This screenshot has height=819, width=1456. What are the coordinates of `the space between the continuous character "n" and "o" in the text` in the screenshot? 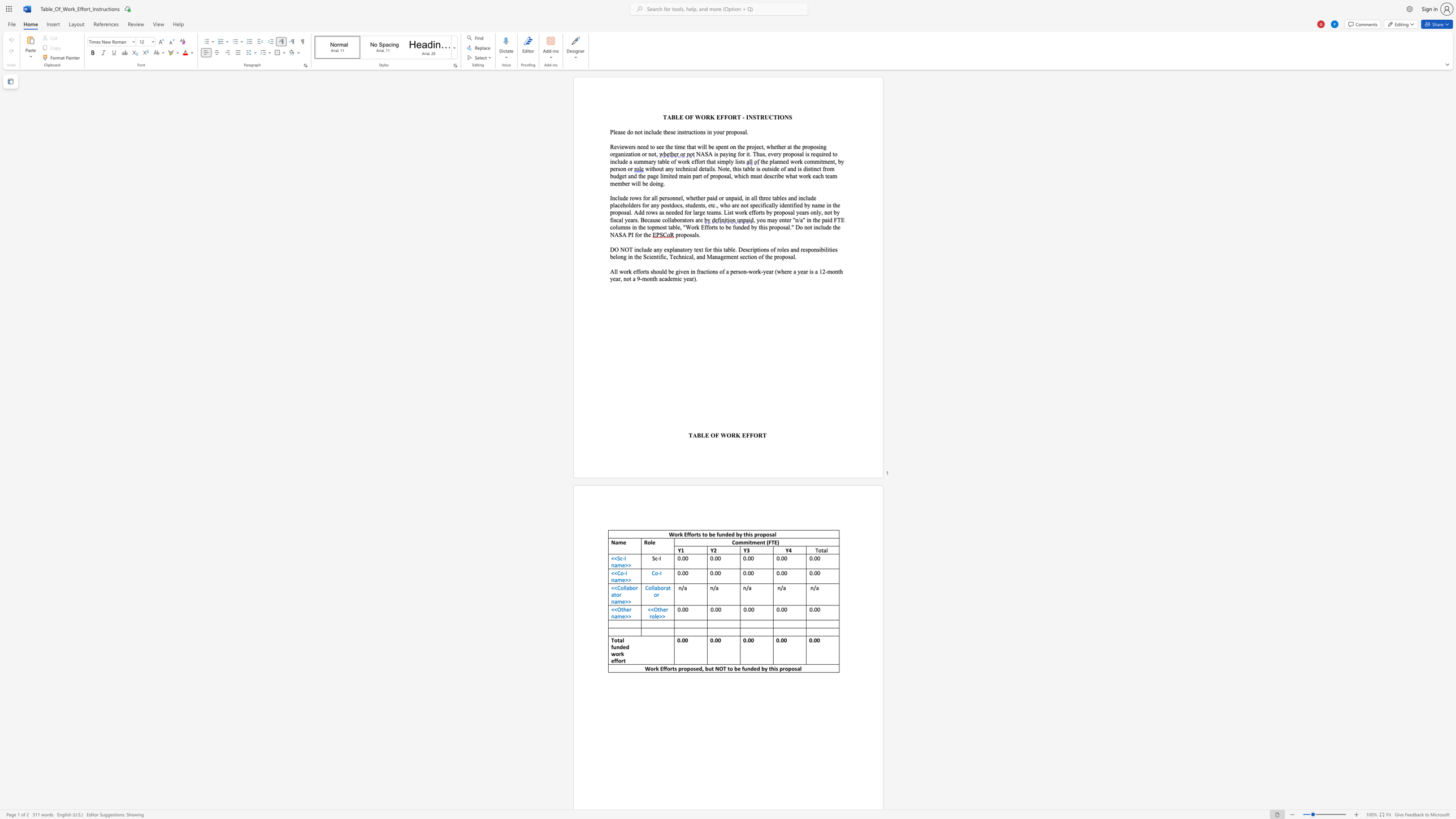 It's located at (637, 132).